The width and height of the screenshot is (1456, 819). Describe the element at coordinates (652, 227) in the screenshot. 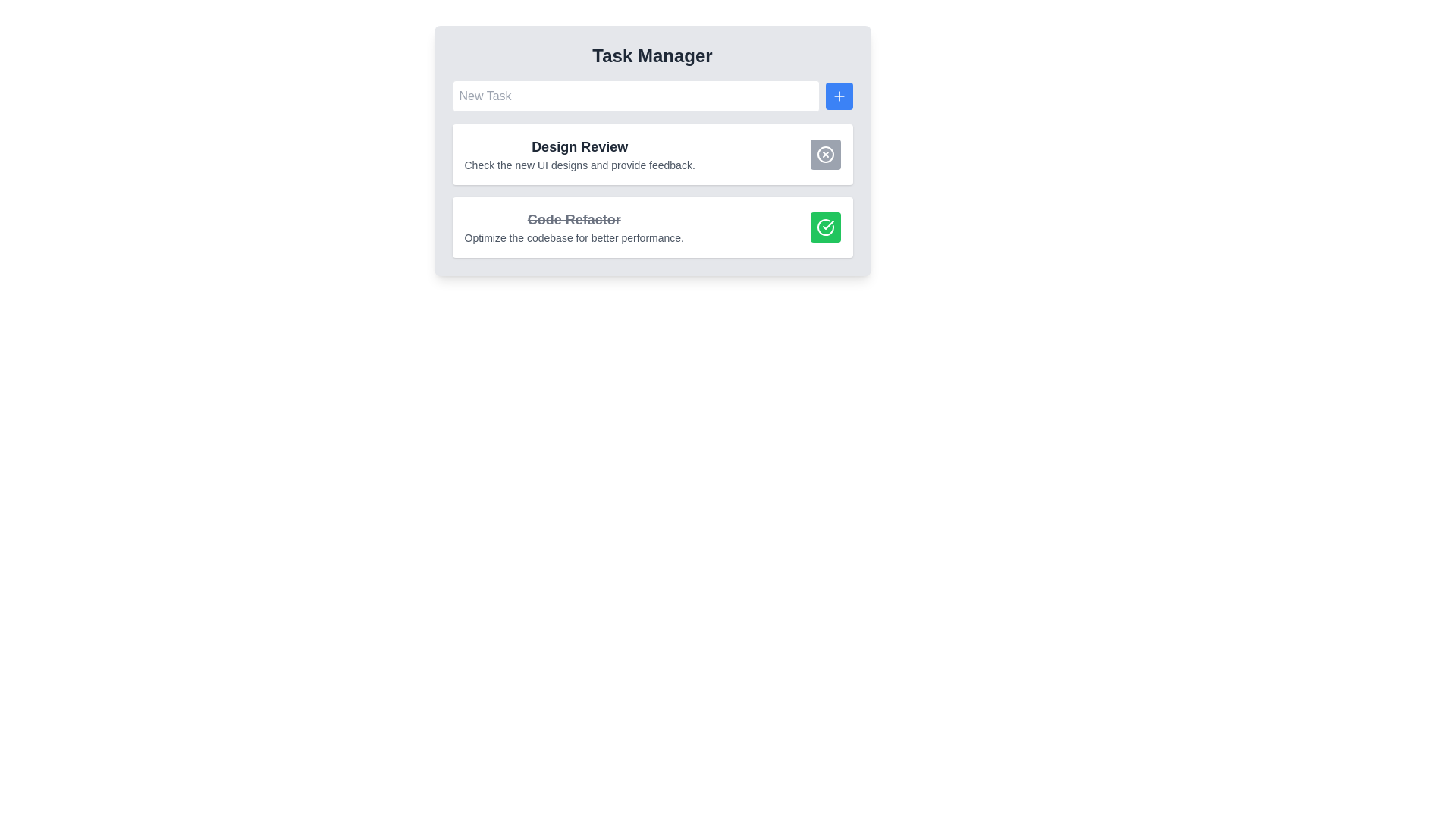

I see `the actionable button of the task item in the task manager interface to mark the task as done` at that location.